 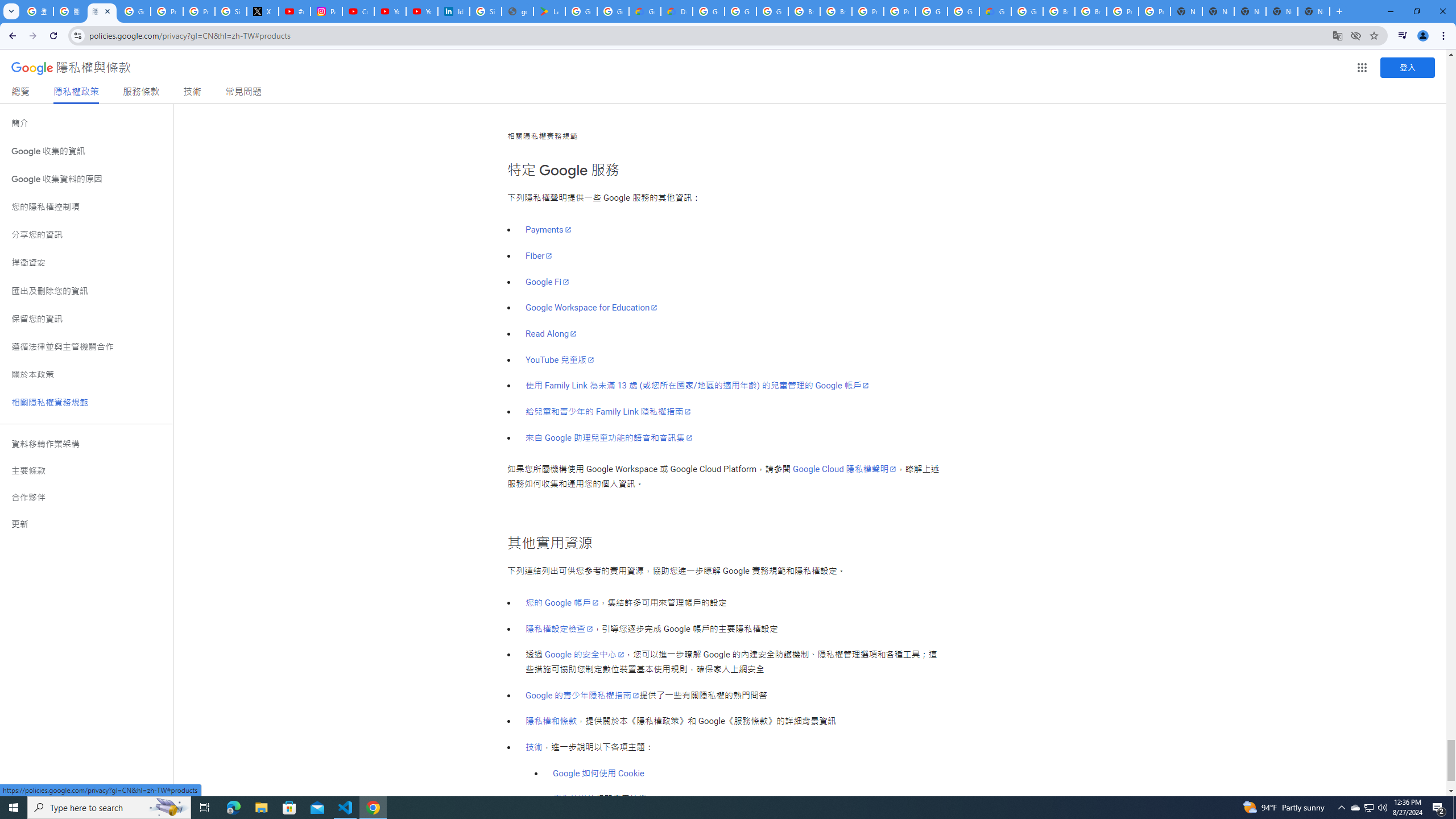 I want to click on 'Privacy Help Center - Policies Help', so click(x=198, y=11).